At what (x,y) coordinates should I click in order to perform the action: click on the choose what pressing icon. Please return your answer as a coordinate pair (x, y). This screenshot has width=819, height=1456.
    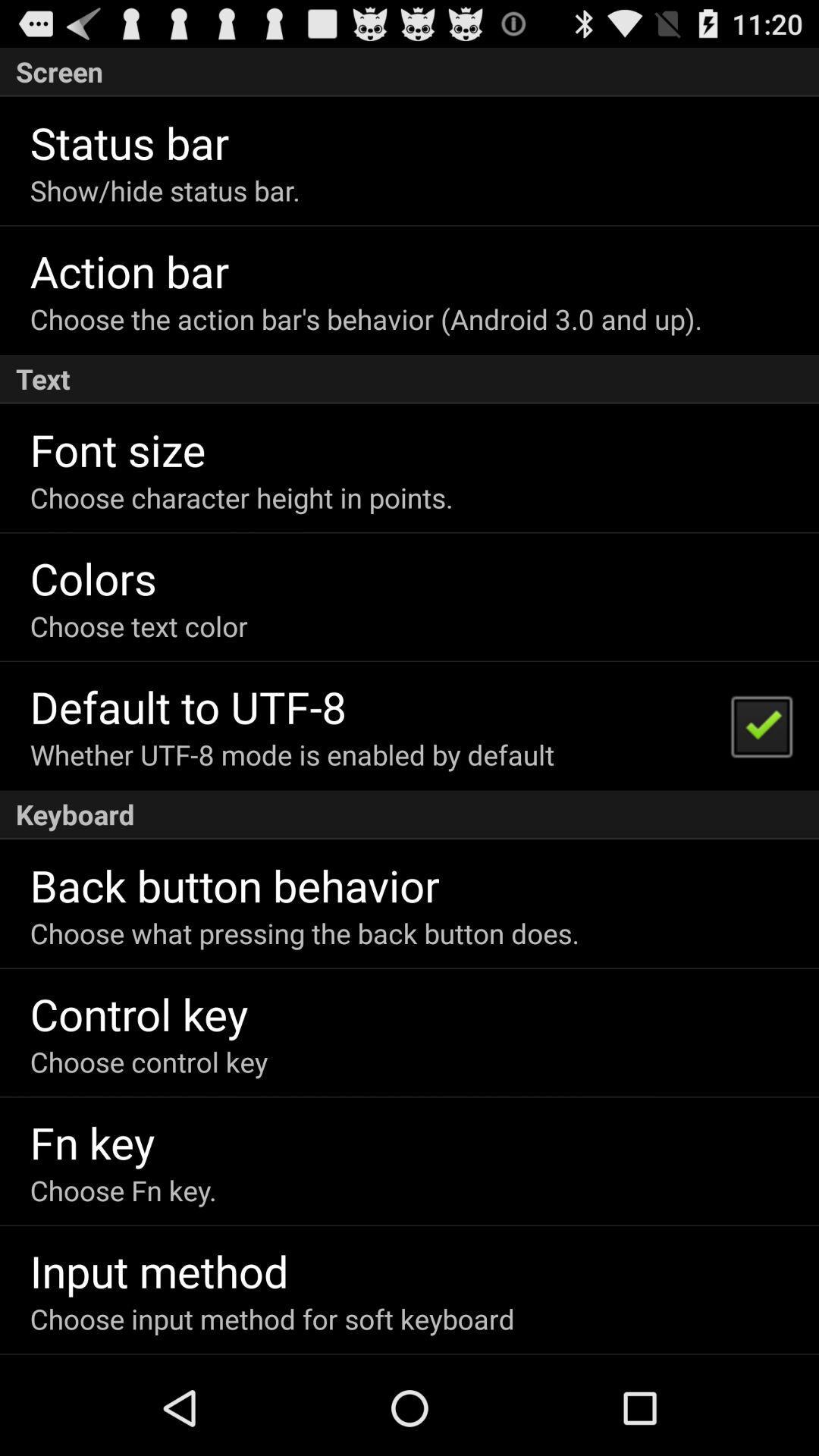
    Looking at the image, I should click on (304, 932).